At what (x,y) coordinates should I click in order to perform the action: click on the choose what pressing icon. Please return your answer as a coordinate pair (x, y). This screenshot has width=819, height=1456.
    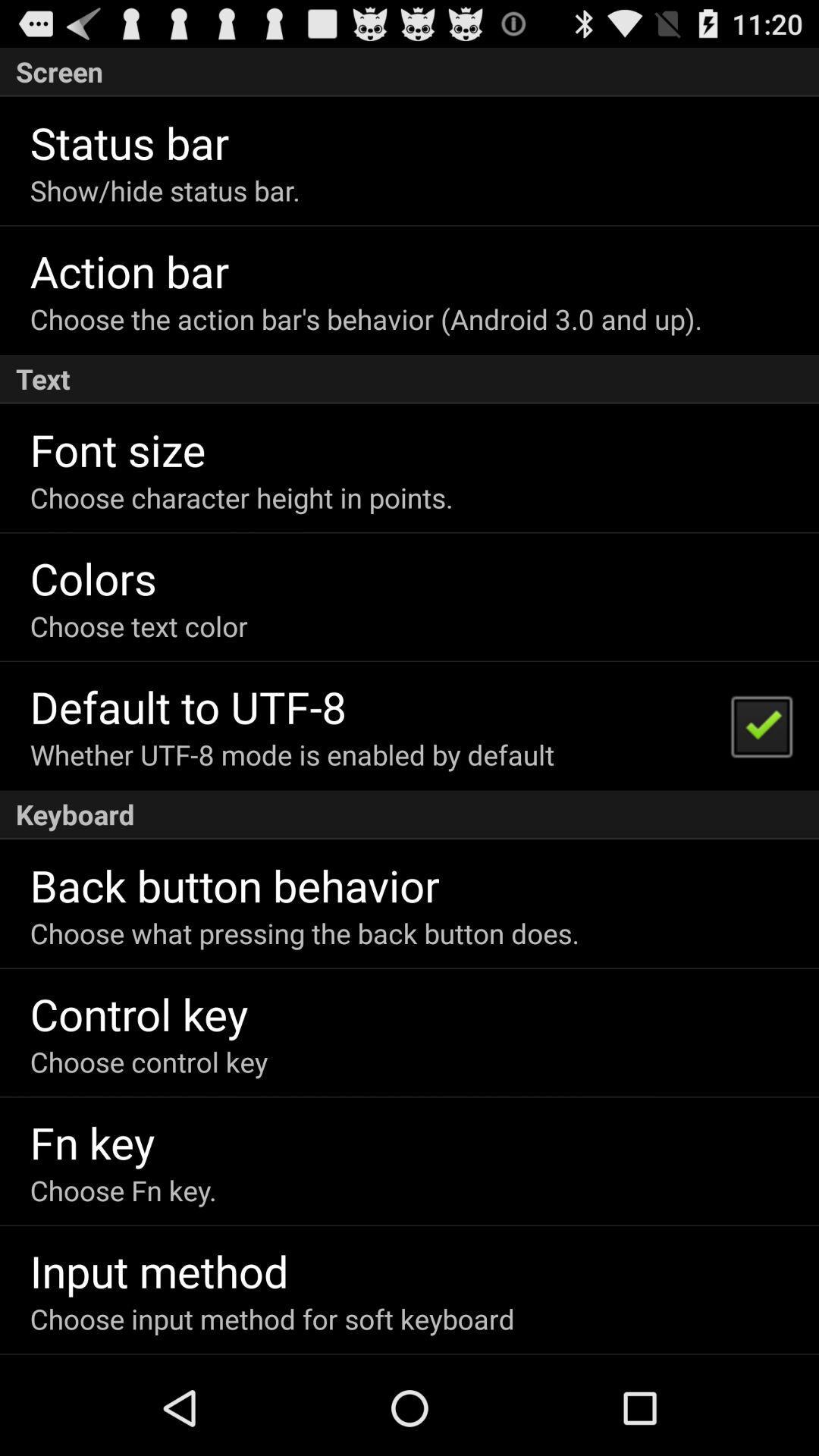
    Looking at the image, I should click on (304, 932).